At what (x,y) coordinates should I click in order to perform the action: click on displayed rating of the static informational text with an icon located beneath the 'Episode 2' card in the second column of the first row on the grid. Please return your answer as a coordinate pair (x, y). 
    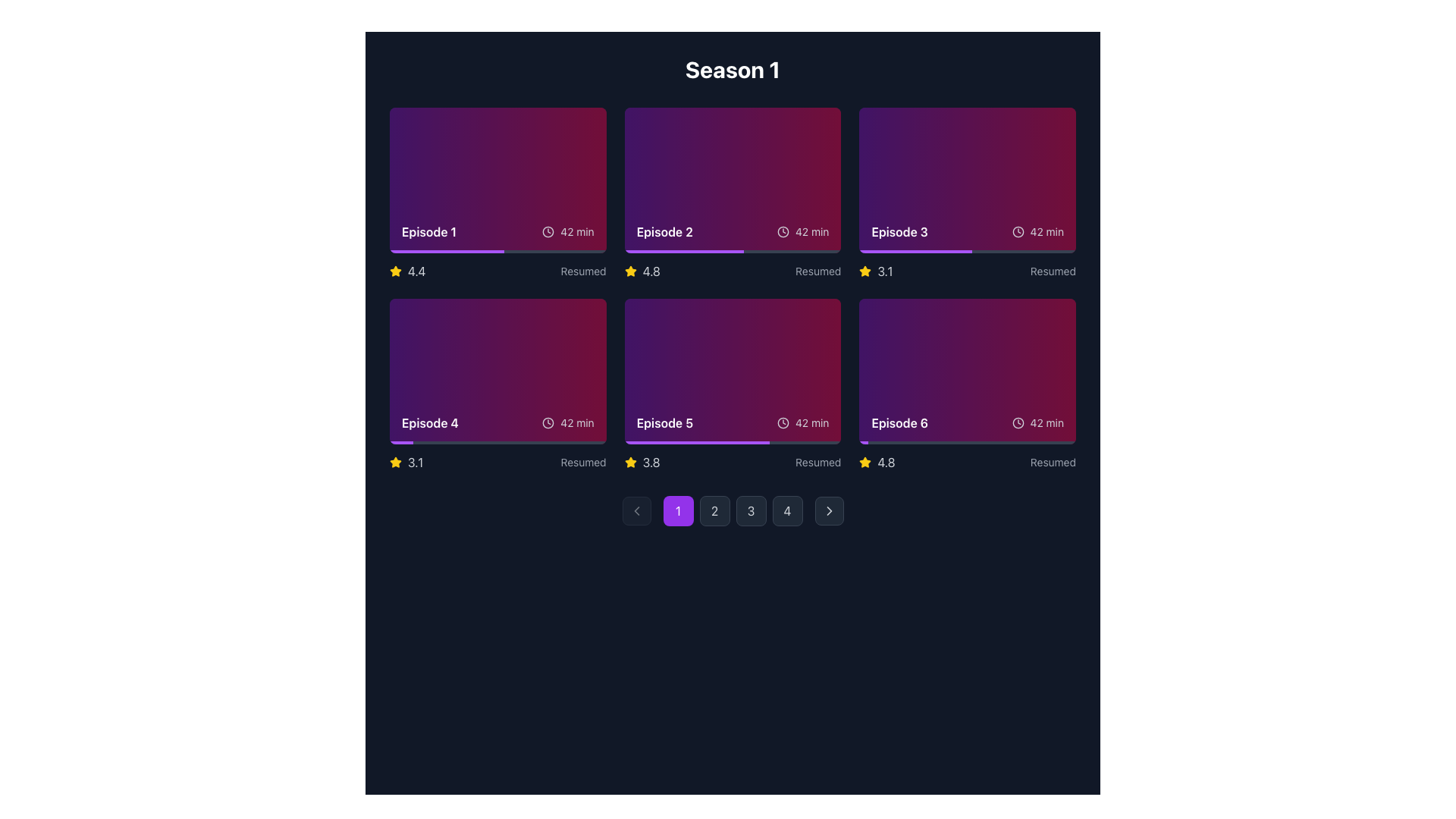
    Looking at the image, I should click on (733, 271).